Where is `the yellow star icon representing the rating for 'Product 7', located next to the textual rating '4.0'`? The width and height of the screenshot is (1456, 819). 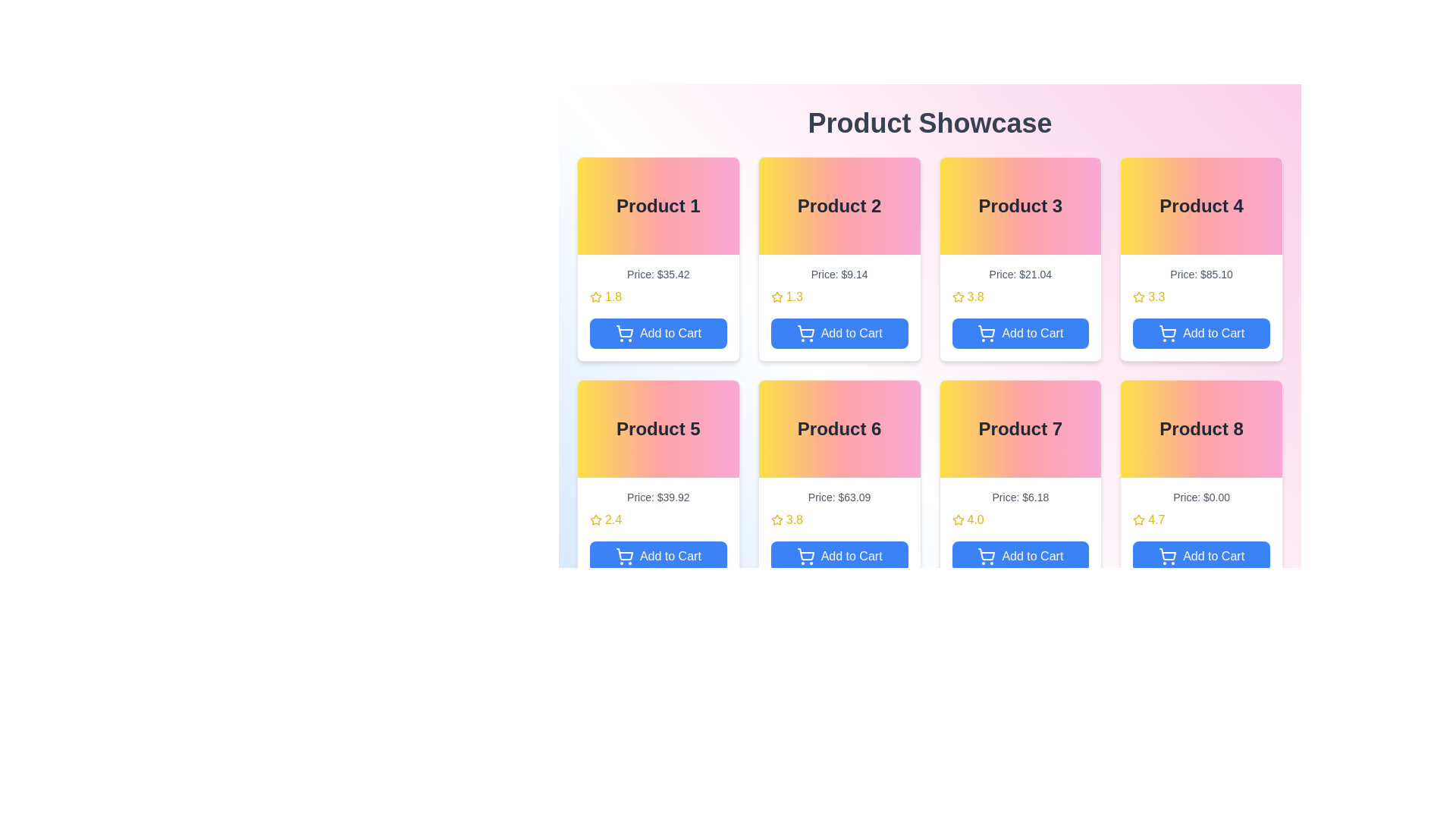
the yellow star icon representing the rating for 'Product 7', located next to the textual rating '4.0' is located at coordinates (957, 519).